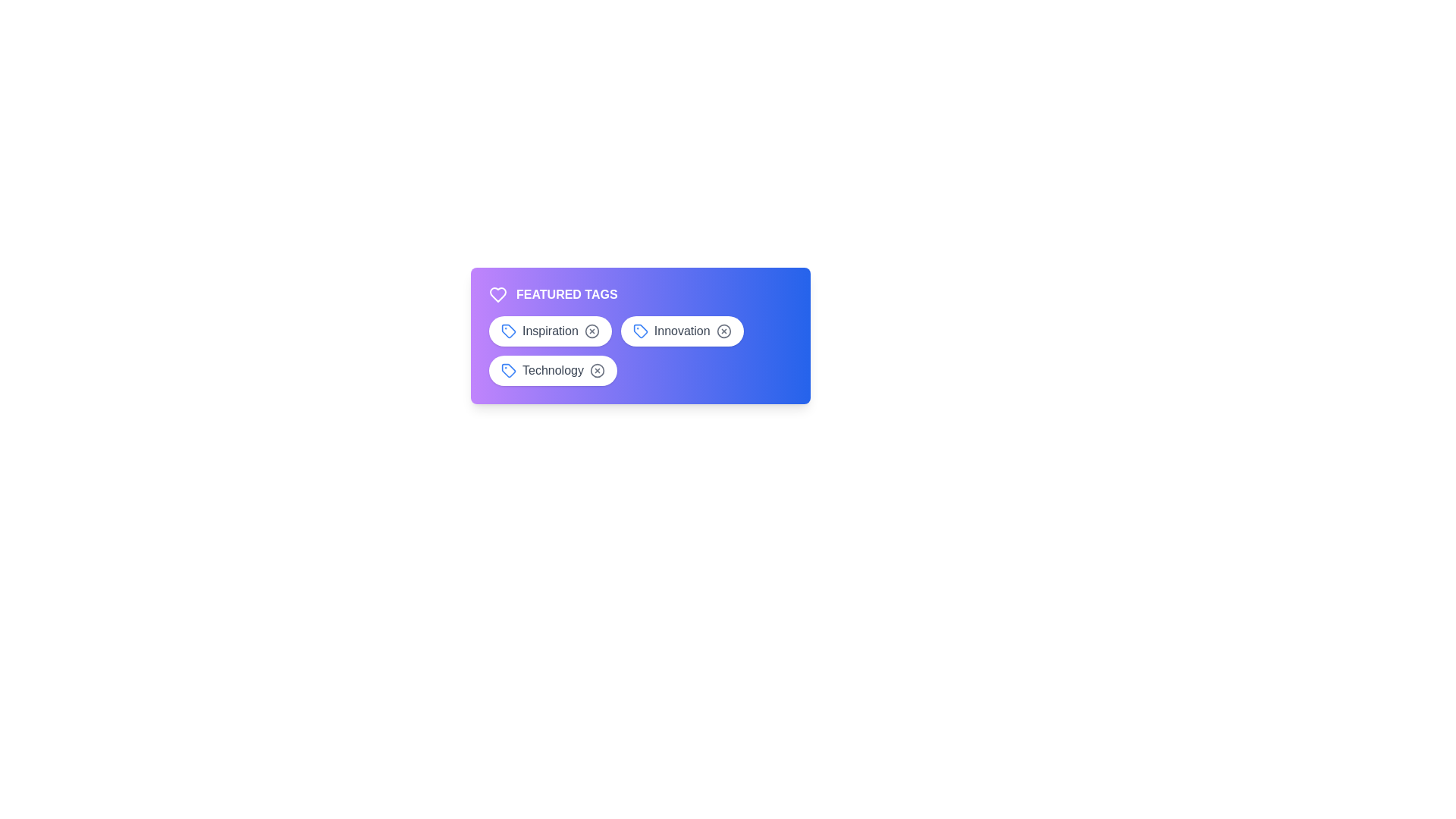  I want to click on the button located on the right side of the pill-shaped tag labeled 'Innovation', so click(723, 330).